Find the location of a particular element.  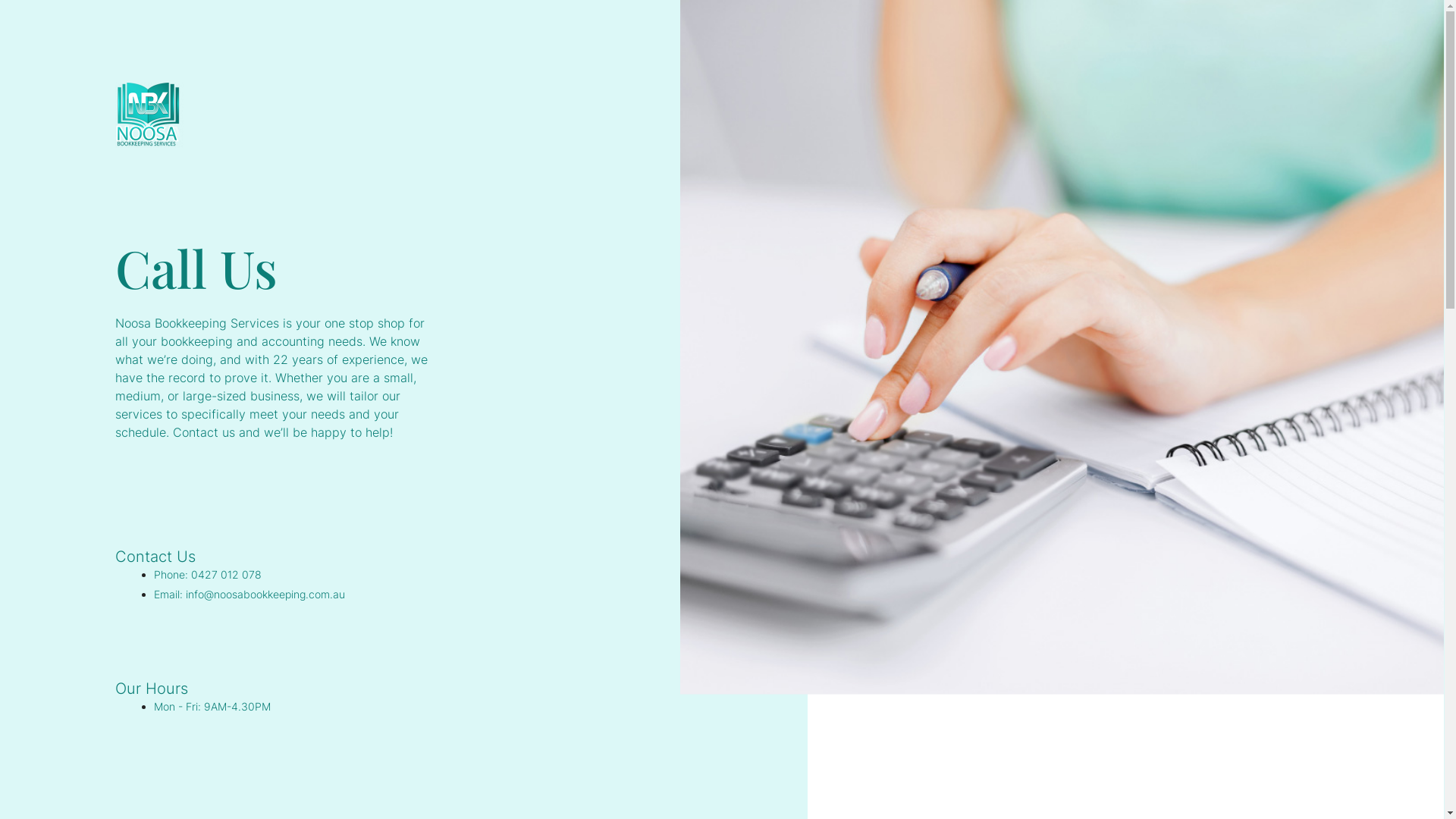

'Noosa-Bookkeeping-Services-copy' is located at coordinates (149, 114).